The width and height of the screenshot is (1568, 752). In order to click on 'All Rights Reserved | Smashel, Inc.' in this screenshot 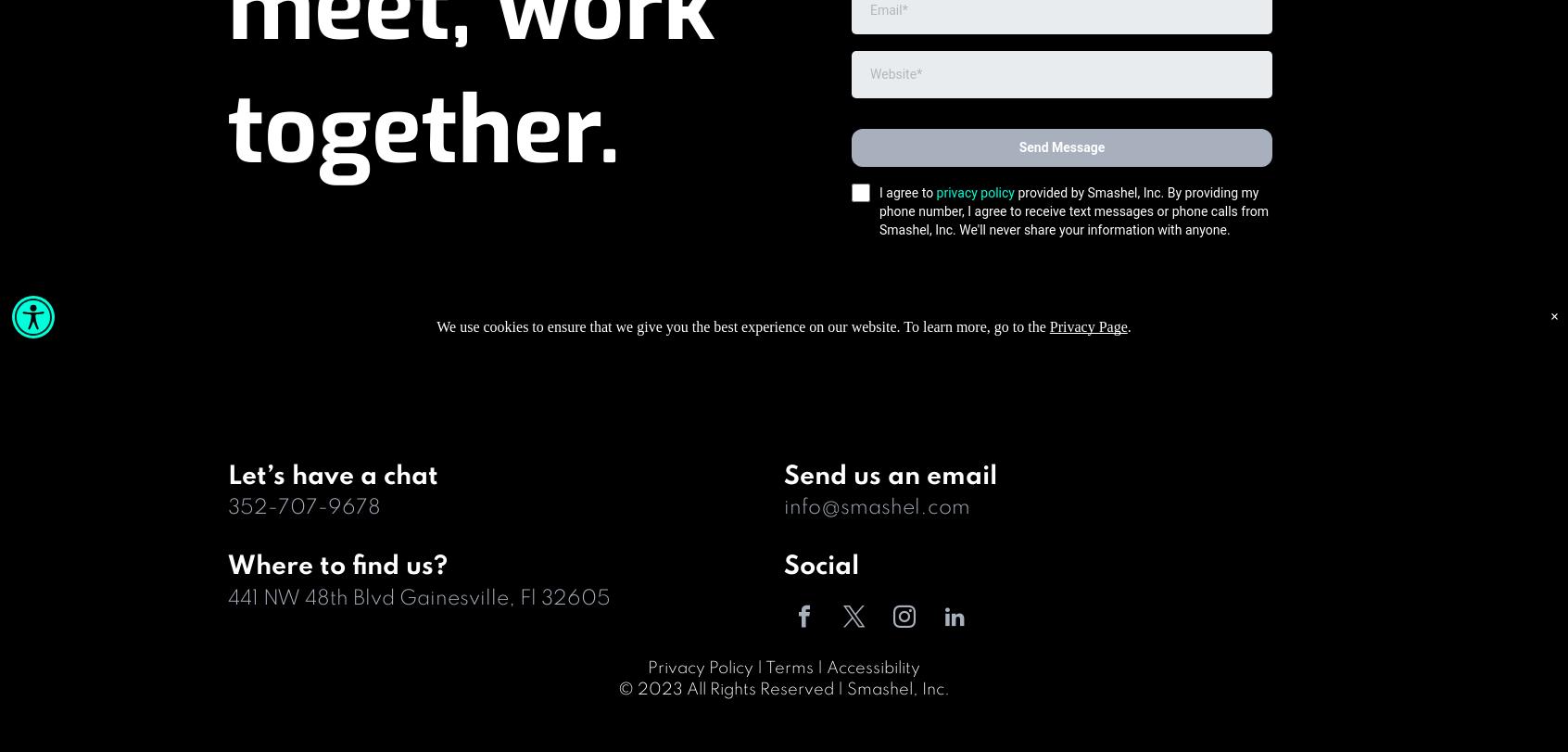, I will do `click(817, 688)`.